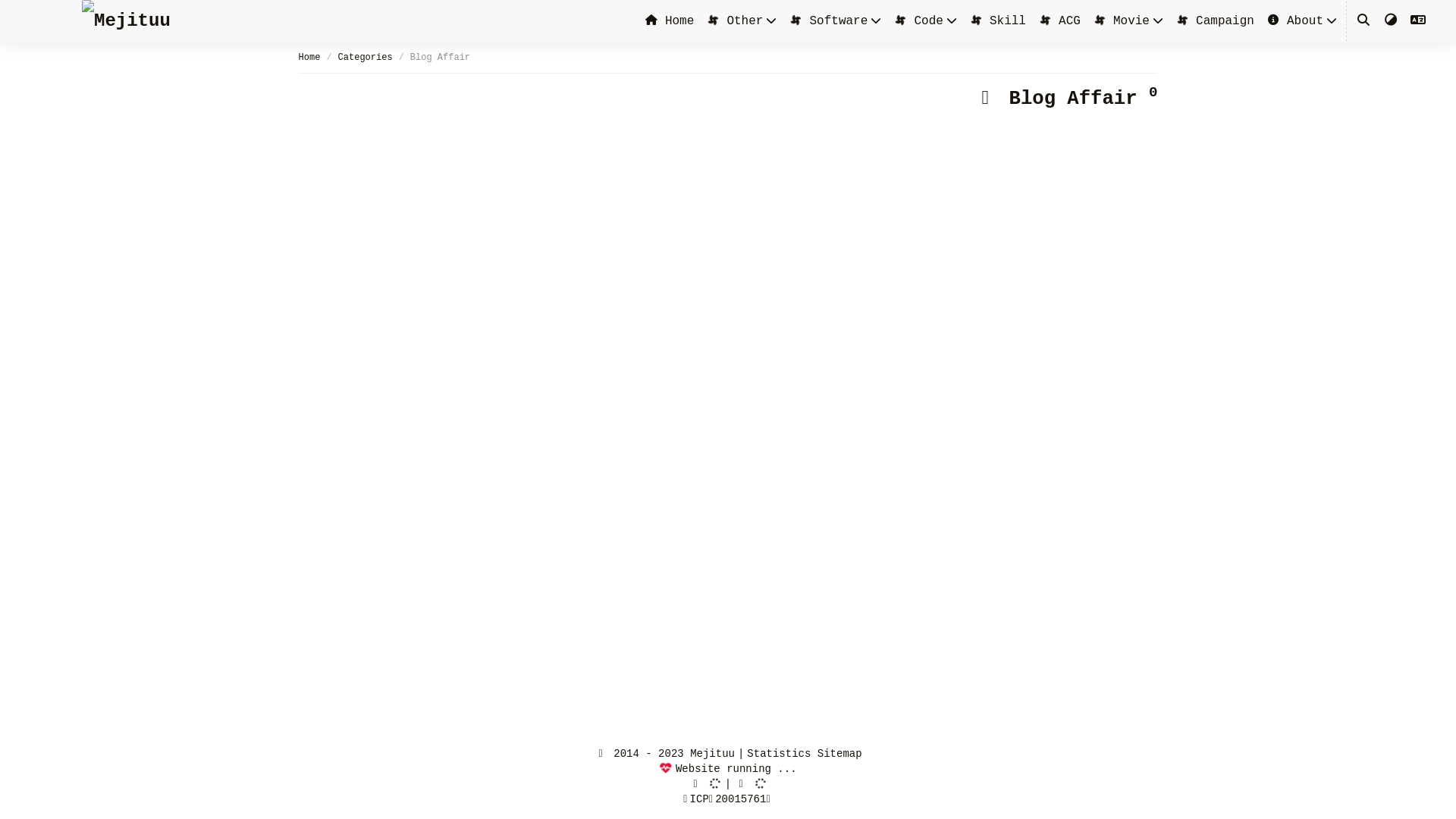 This screenshot has height=819, width=1456. What do you see at coordinates (997, 20) in the screenshot?
I see `'Skill'` at bounding box center [997, 20].